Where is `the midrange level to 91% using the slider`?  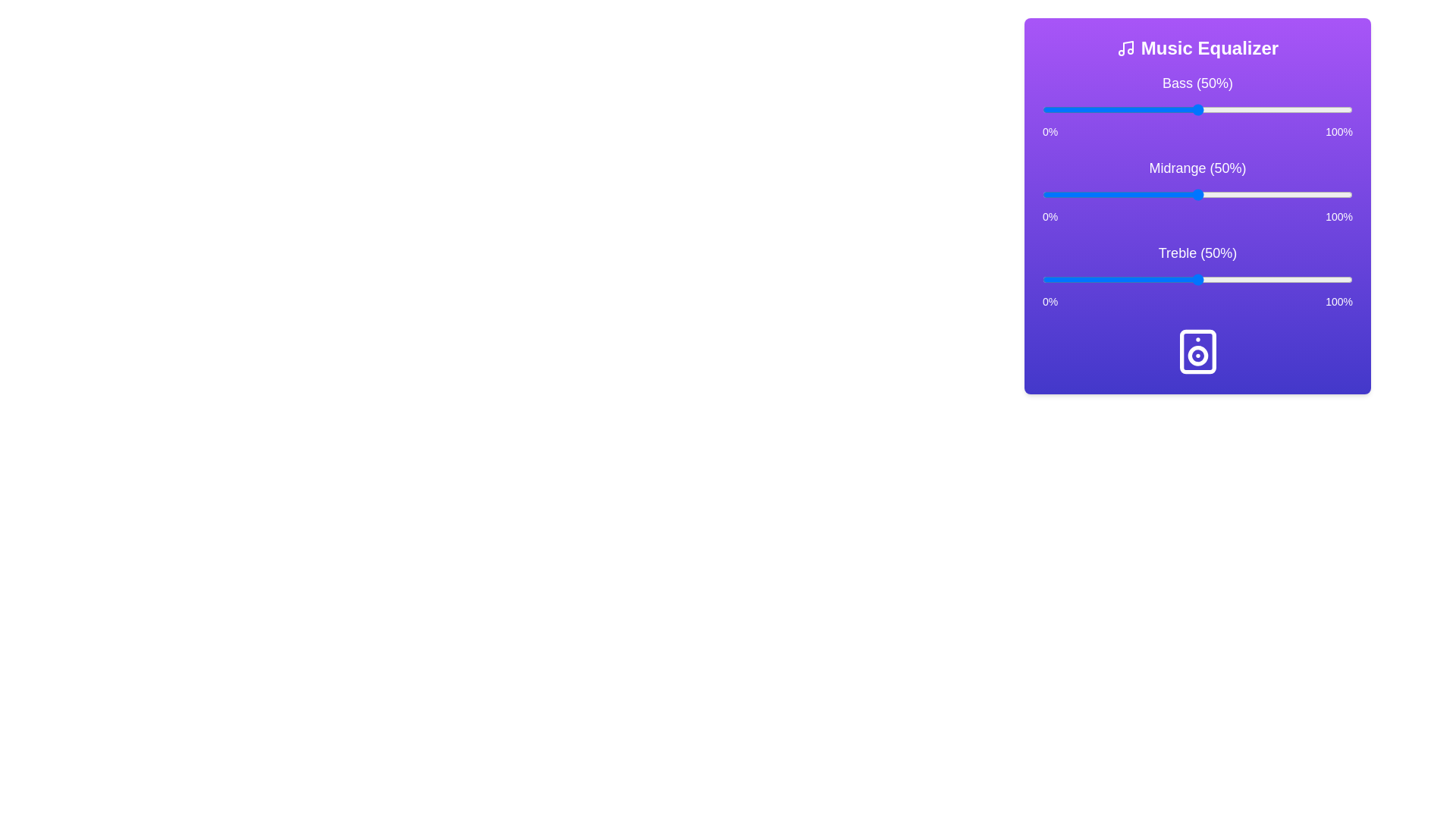 the midrange level to 91% using the slider is located at coordinates (1324, 194).